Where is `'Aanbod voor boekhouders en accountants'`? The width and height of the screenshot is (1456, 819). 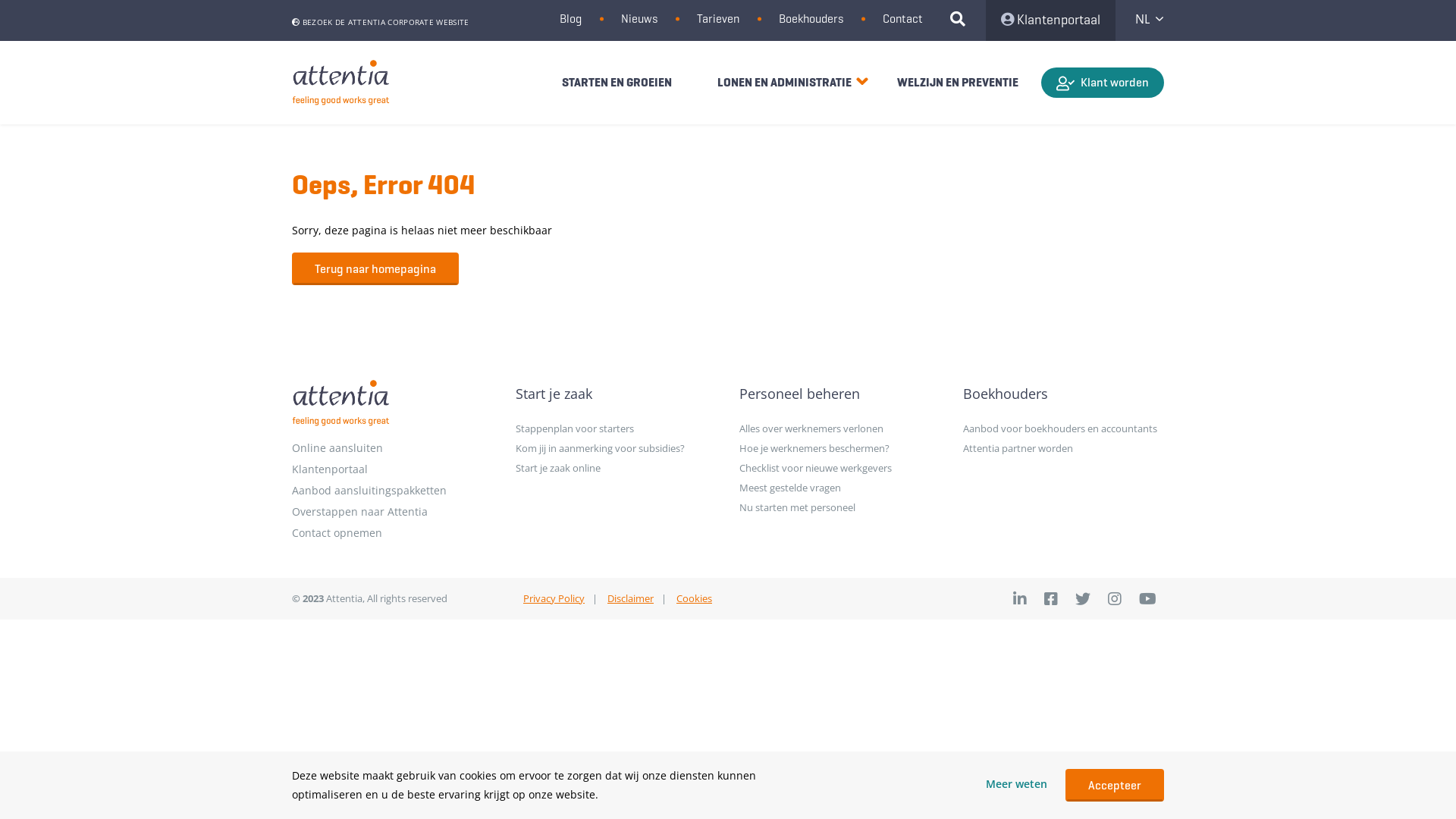
'Aanbod voor boekhouders en accountants' is located at coordinates (1062, 428).